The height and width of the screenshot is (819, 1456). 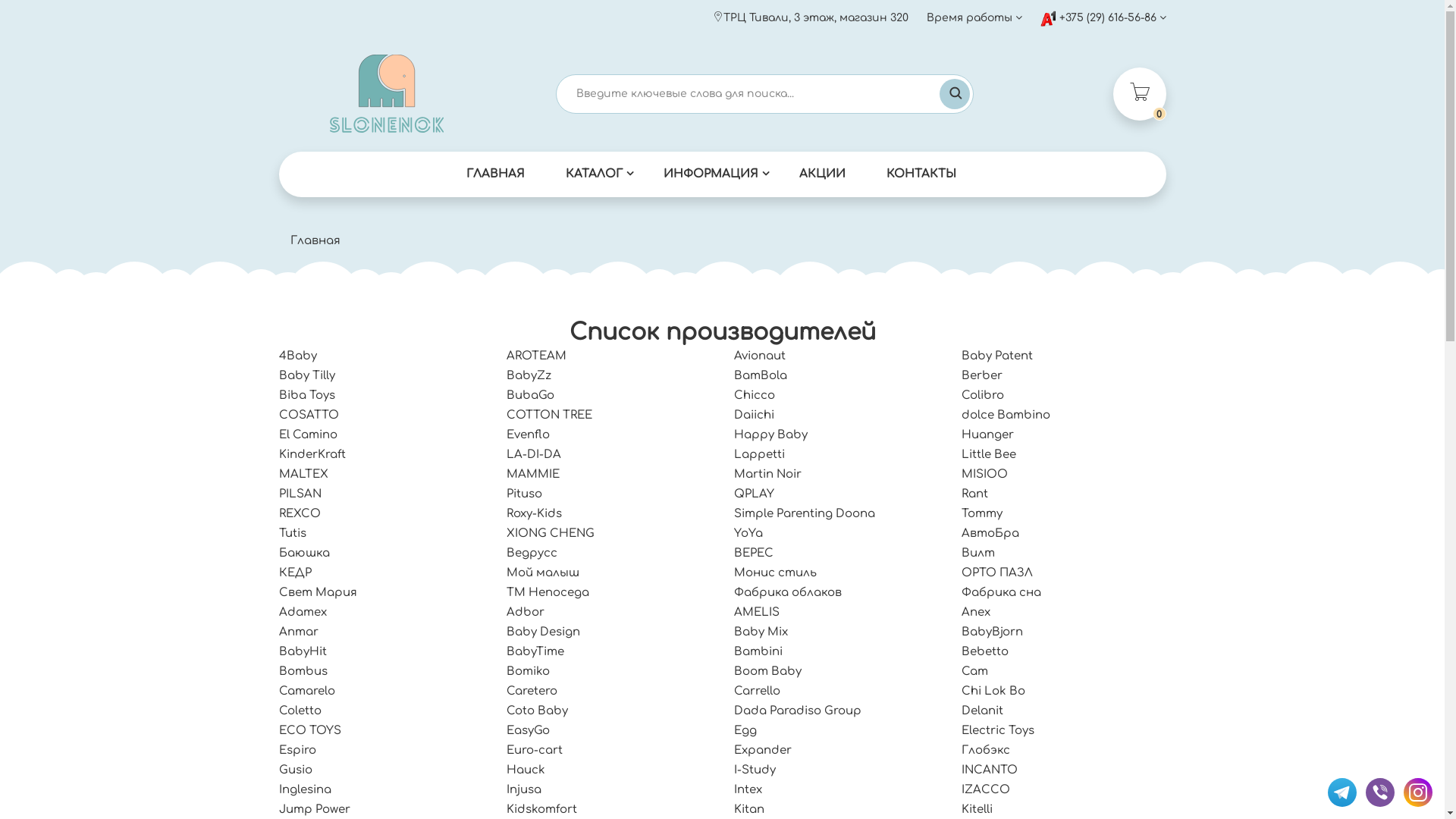 What do you see at coordinates (986, 789) in the screenshot?
I see `'IZACCO'` at bounding box center [986, 789].